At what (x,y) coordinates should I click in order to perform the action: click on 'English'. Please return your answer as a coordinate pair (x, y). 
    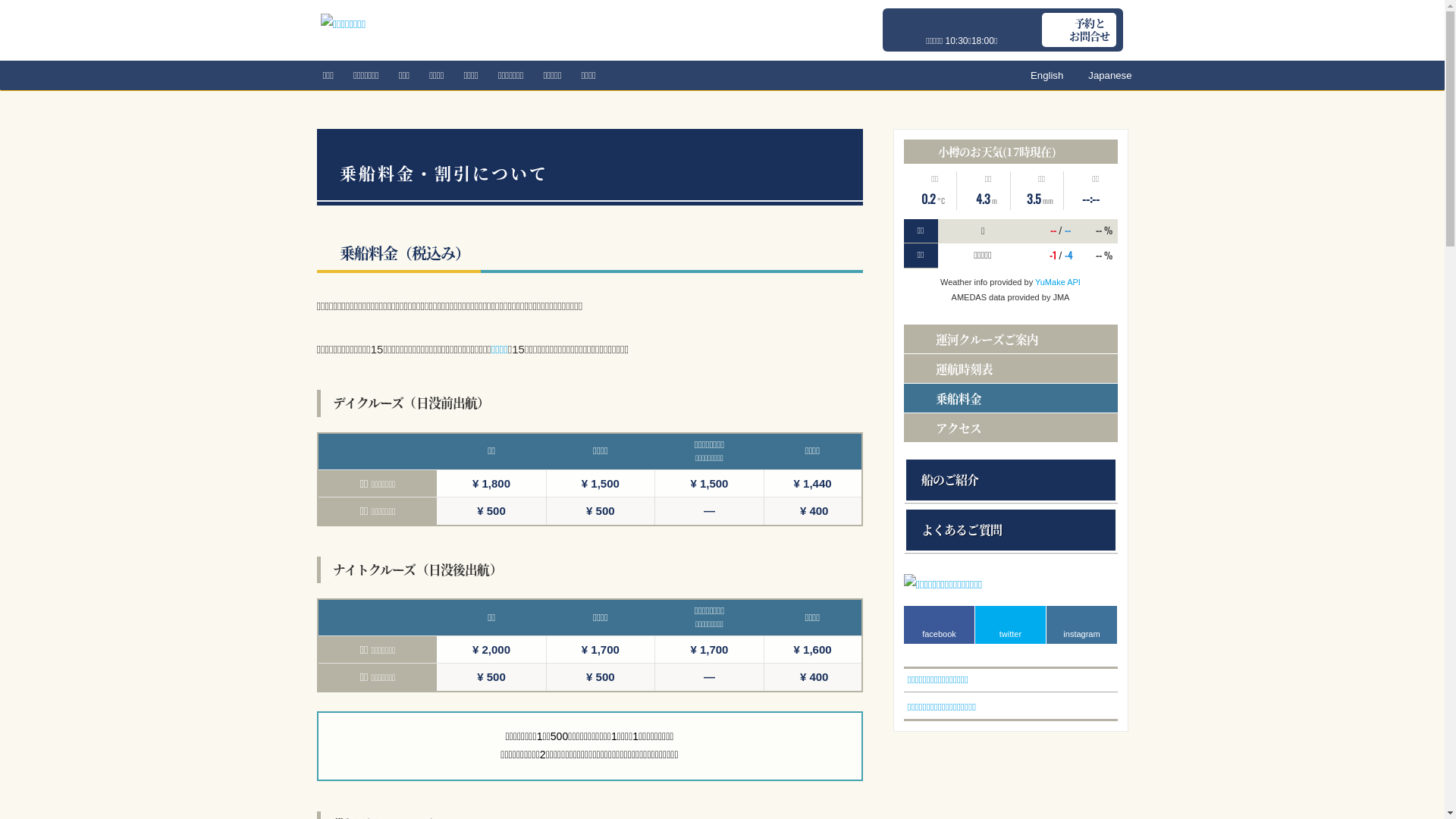
    Looking at the image, I should click on (1037, 76).